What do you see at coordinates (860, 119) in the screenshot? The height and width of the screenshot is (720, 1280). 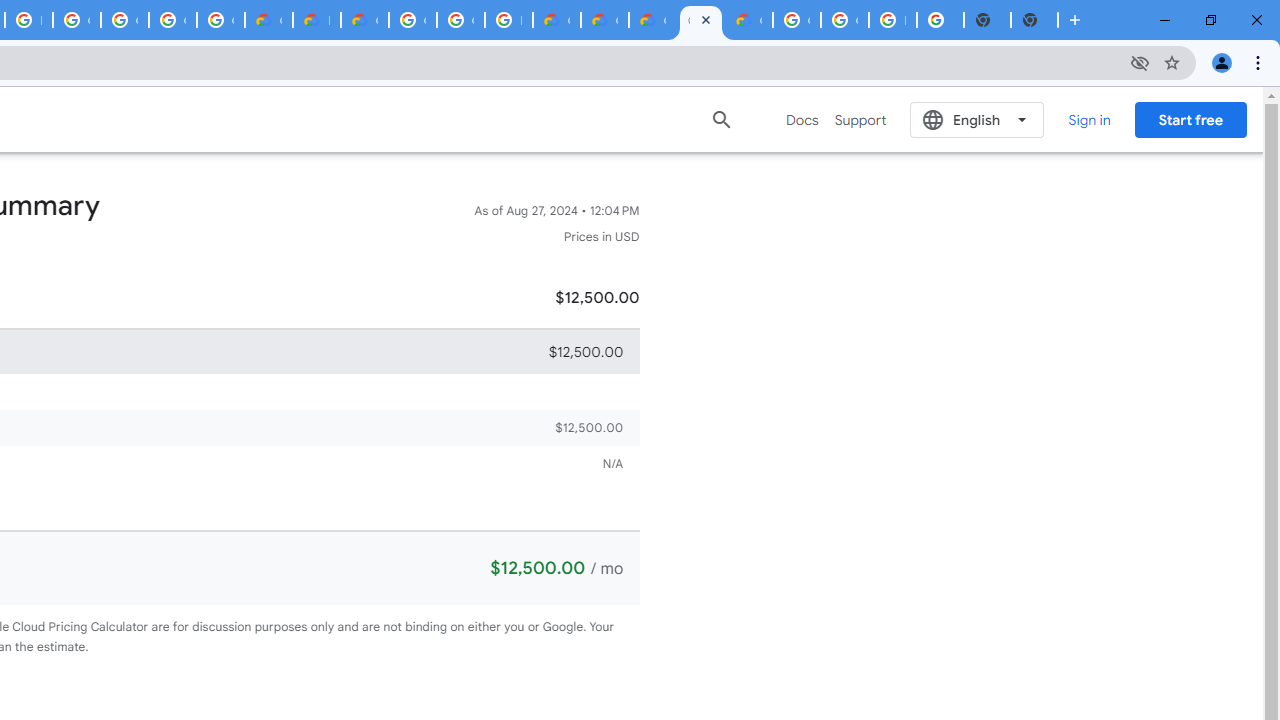 I see `'Support'` at bounding box center [860, 119].